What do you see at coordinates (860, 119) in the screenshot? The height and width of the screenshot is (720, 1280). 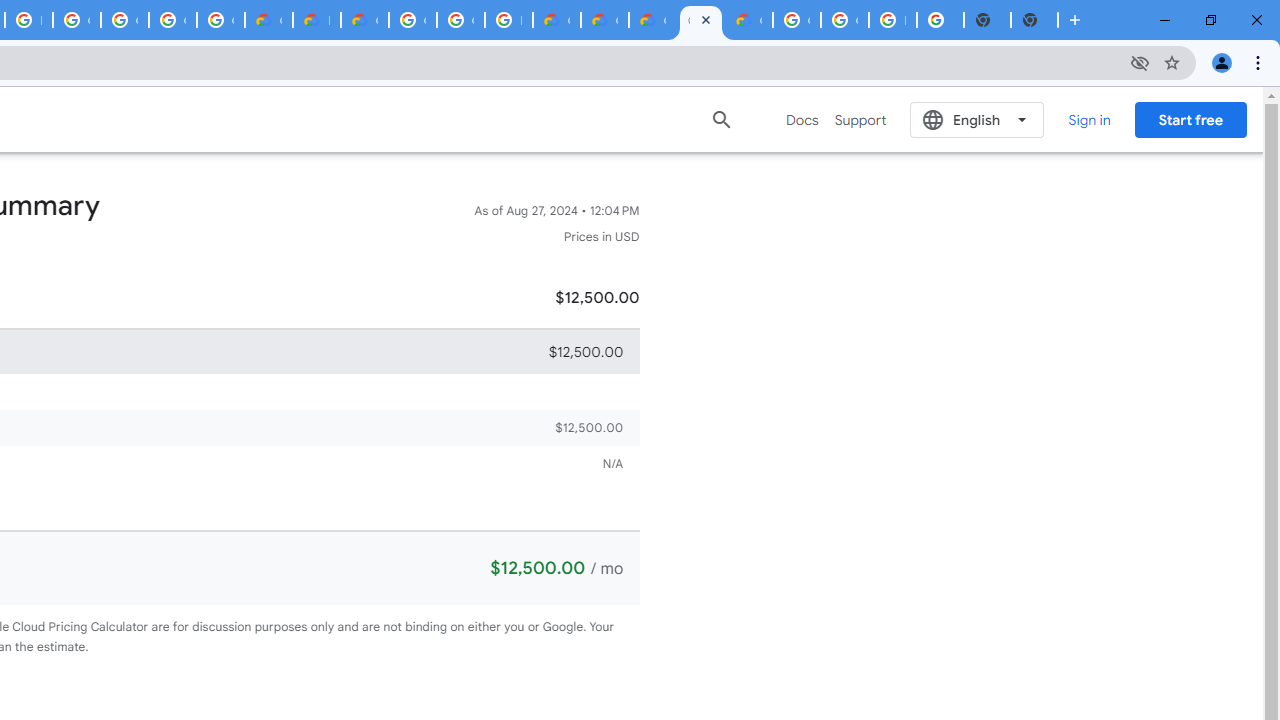 I see `'Support'` at bounding box center [860, 119].